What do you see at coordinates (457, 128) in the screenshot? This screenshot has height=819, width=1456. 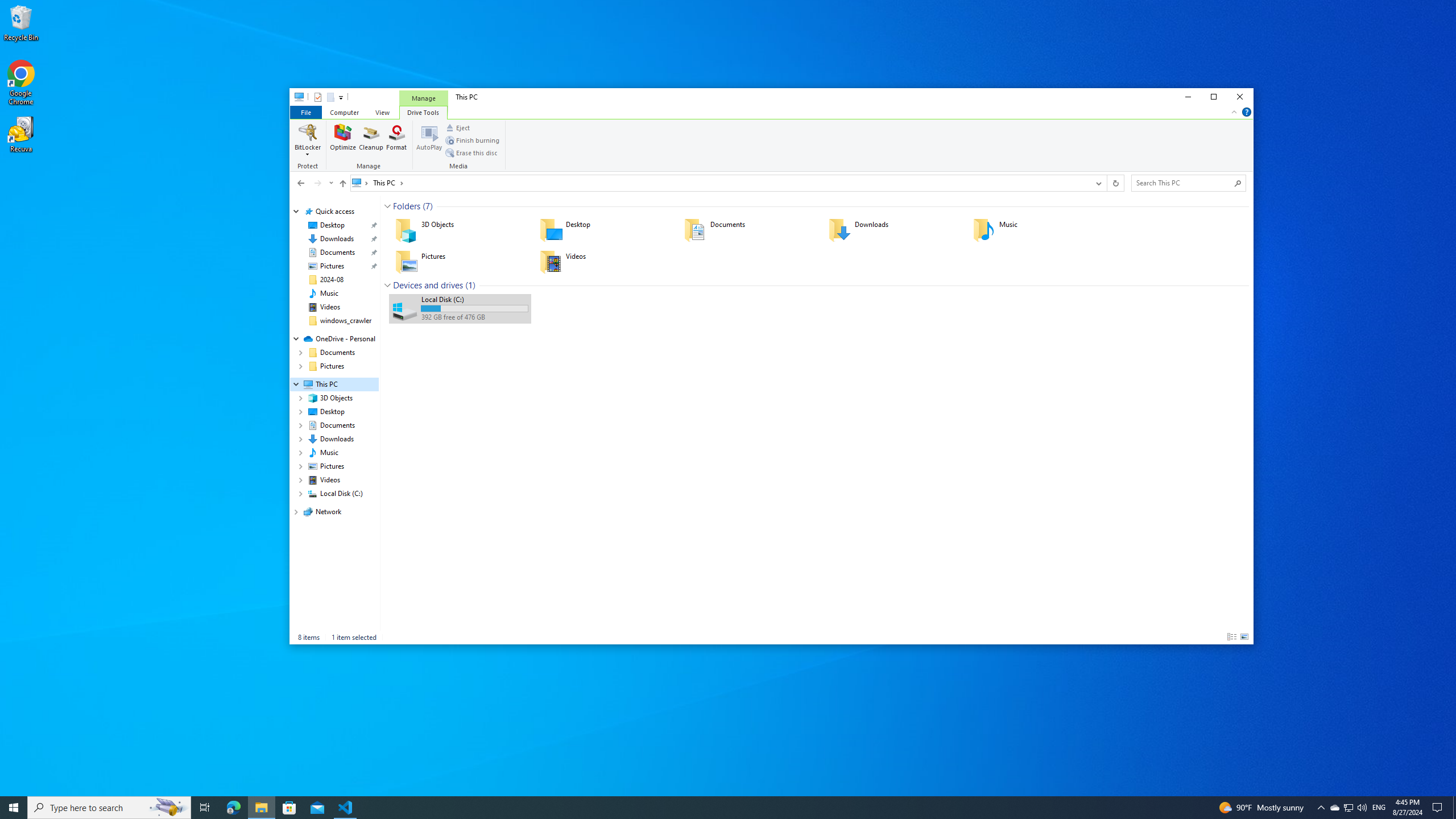 I see `'Eject'` at bounding box center [457, 128].